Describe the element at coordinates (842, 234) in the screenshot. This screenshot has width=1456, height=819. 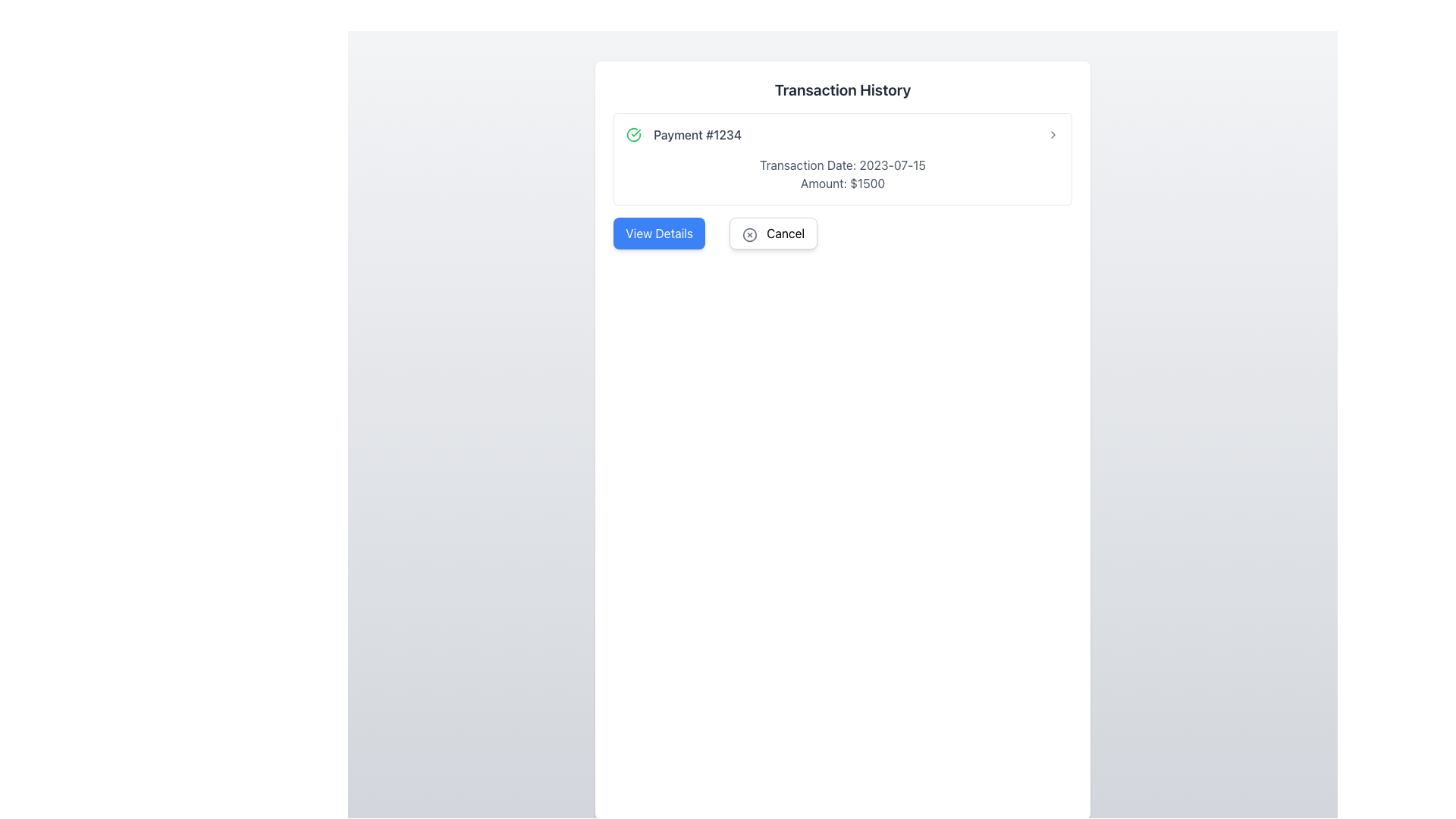
I see `the 'Cancel' button on the Button Group located at the bottom of the payment transaction card` at that location.